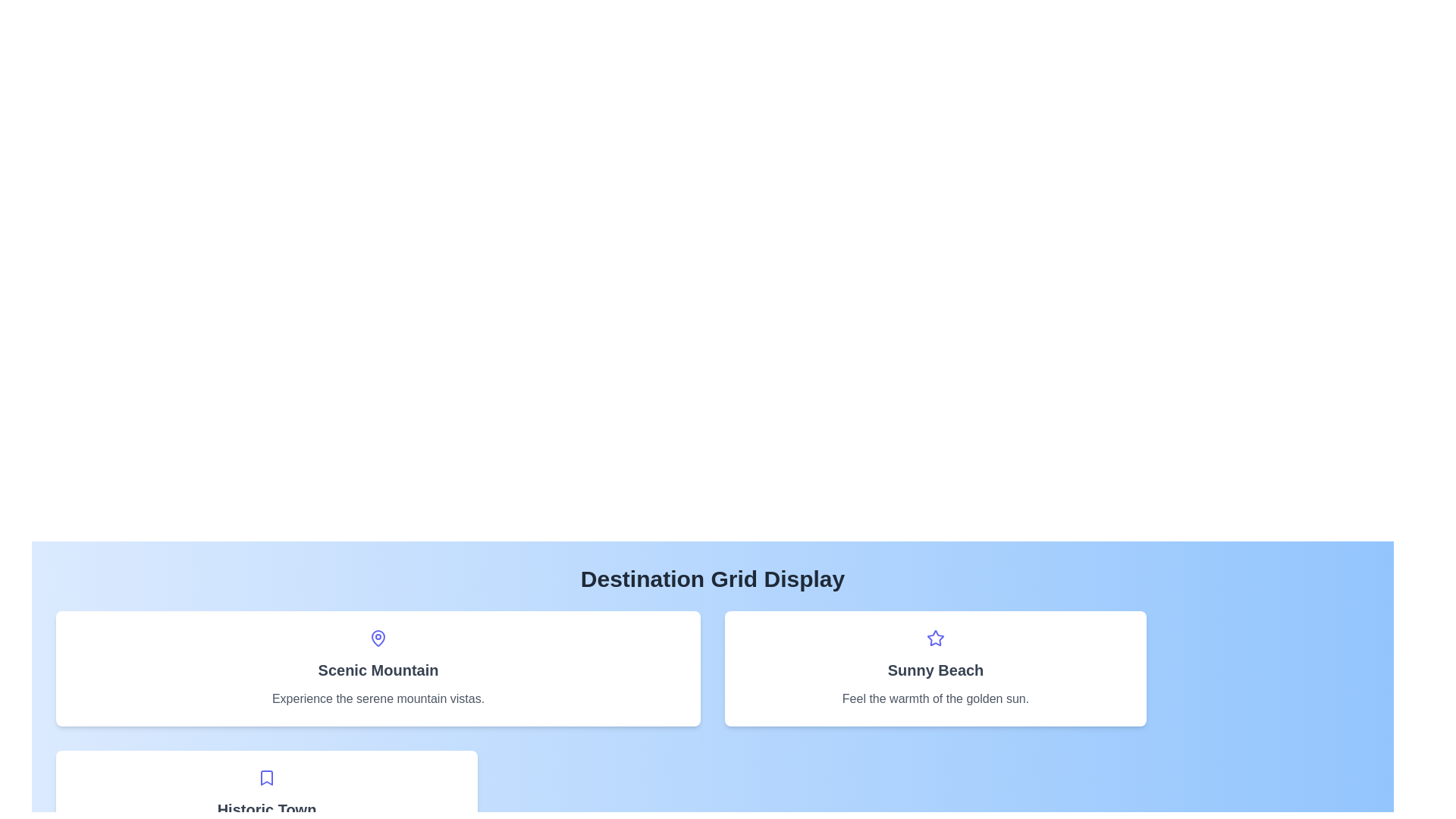 This screenshot has width=1456, height=819. Describe the element at coordinates (378, 638) in the screenshot. I see `the indigo decorative pin icon centered above the 'Scenic Mountain' text in the card section` at that location.